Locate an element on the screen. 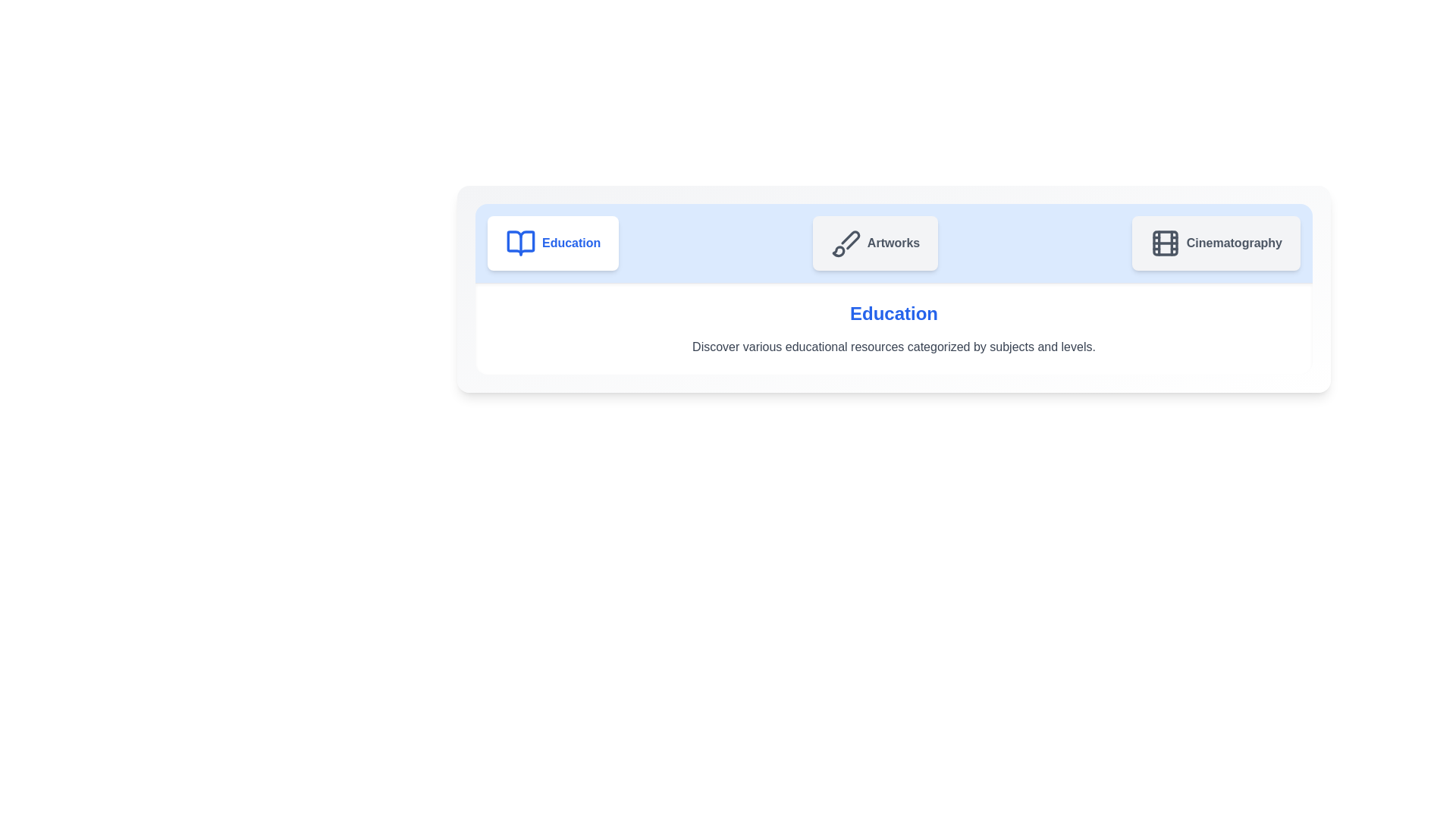 The image size is (1456, 819). the displayed content in the content area of the selected tab is located at coordinates (894, 328).